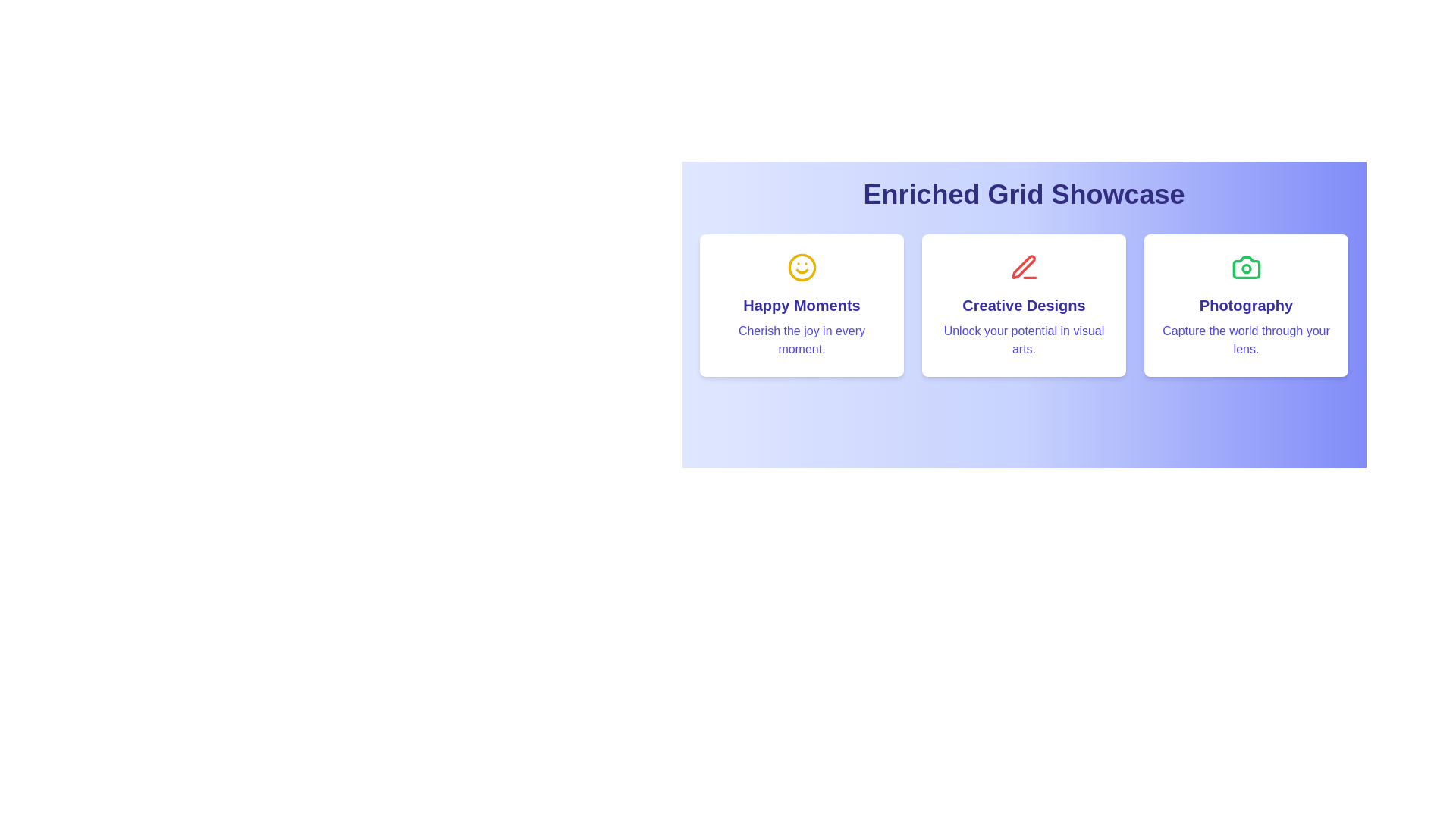 The height and width of the screenshot is (819, 1456). What do you see at coordinates (1024, 305) in the screenshot?
I see `text of the Text label that serves as a heading for visual arts-related content, positioned centrally between 'Happy Moments' and 'Photography'` at bounding box center [1024, 305].